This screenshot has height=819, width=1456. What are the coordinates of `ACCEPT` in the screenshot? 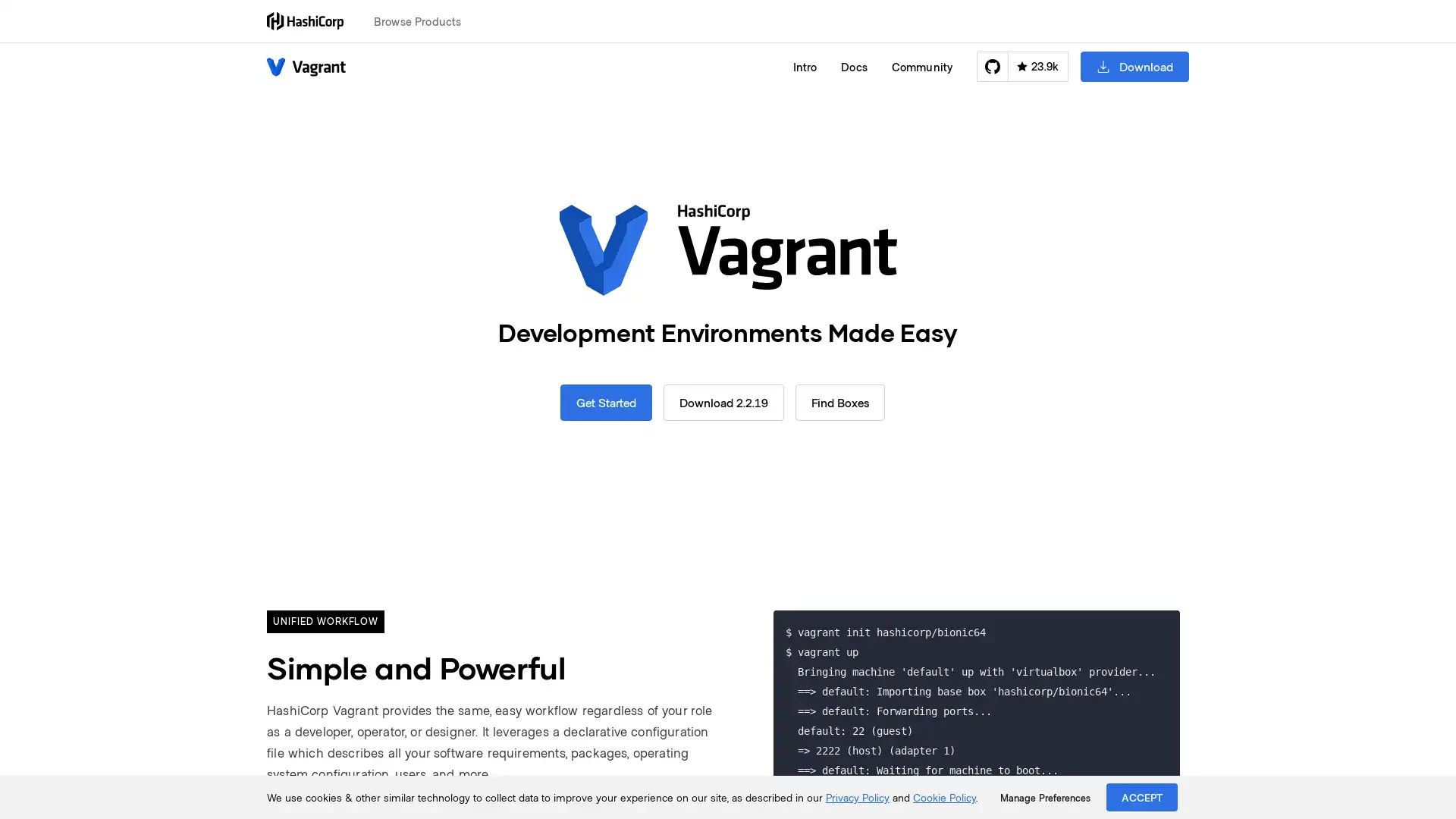 It's located at (1142, 796).